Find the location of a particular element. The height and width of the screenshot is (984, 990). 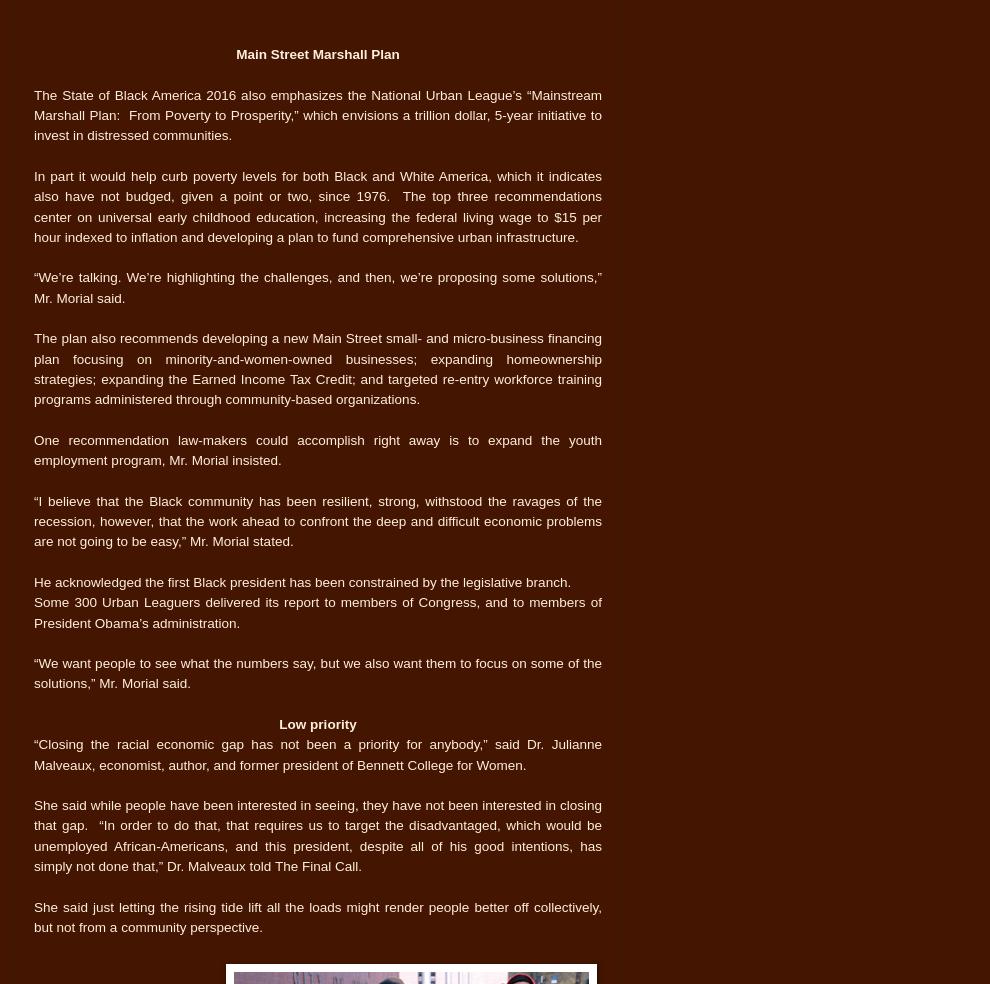

'Main Street Marshall Plan' is located at coordinates (235, 53).